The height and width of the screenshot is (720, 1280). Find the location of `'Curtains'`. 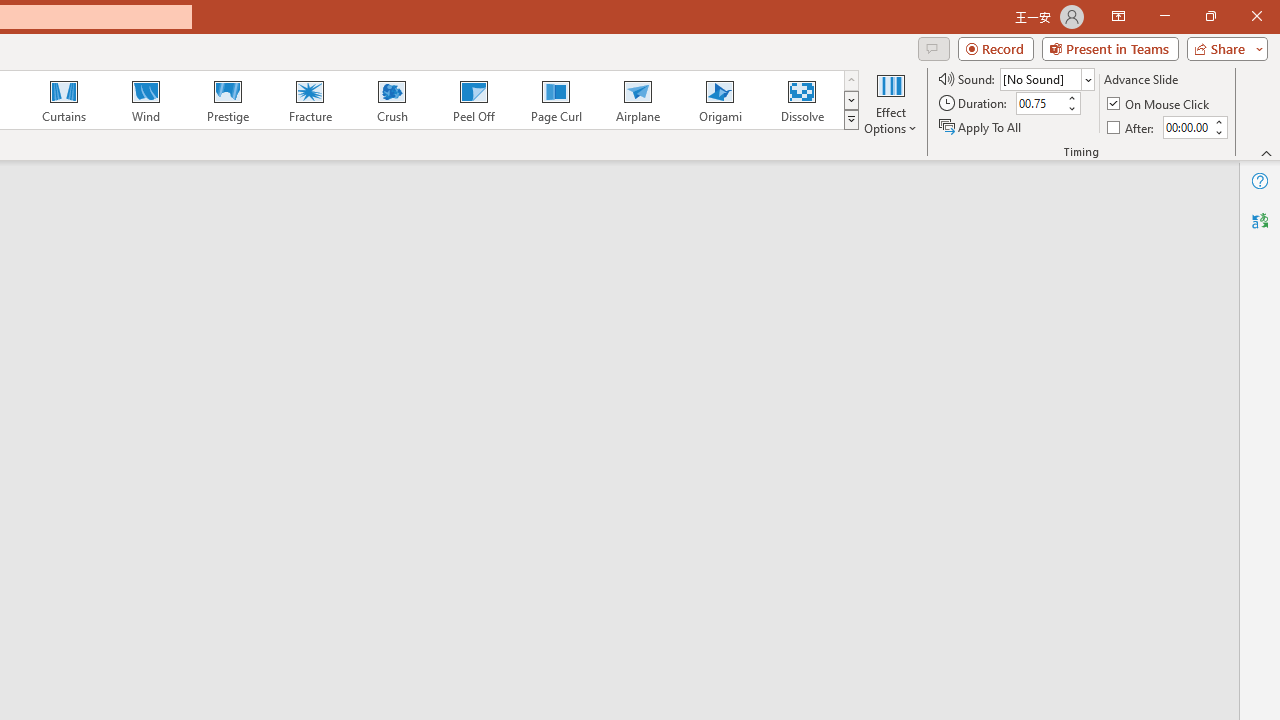

'Curtains' is located at coordinates (64, 100).